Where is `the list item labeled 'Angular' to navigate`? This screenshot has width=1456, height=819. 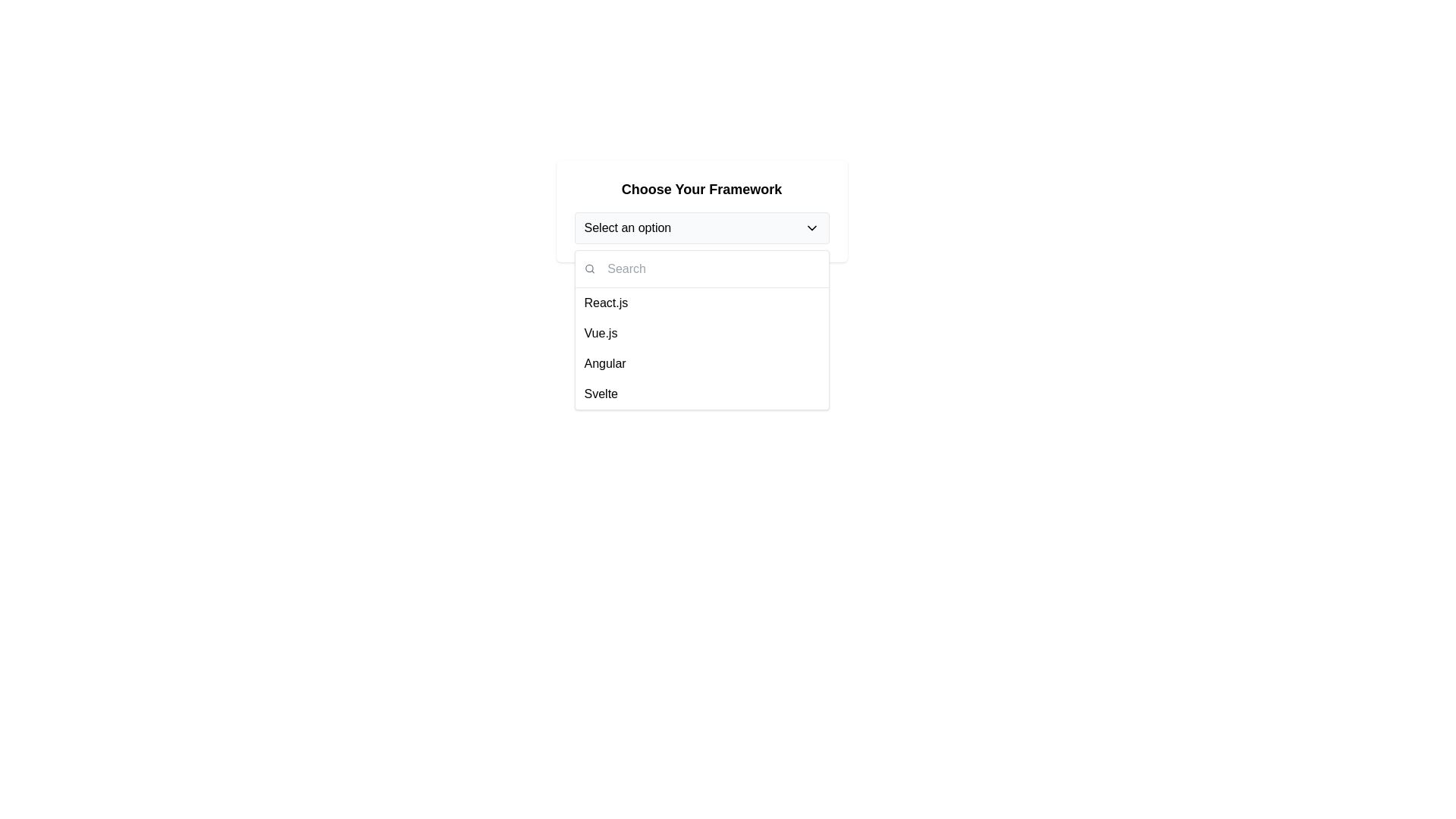
the list item labeled 'Angular' to navigate is located at coordinates (701, 363).